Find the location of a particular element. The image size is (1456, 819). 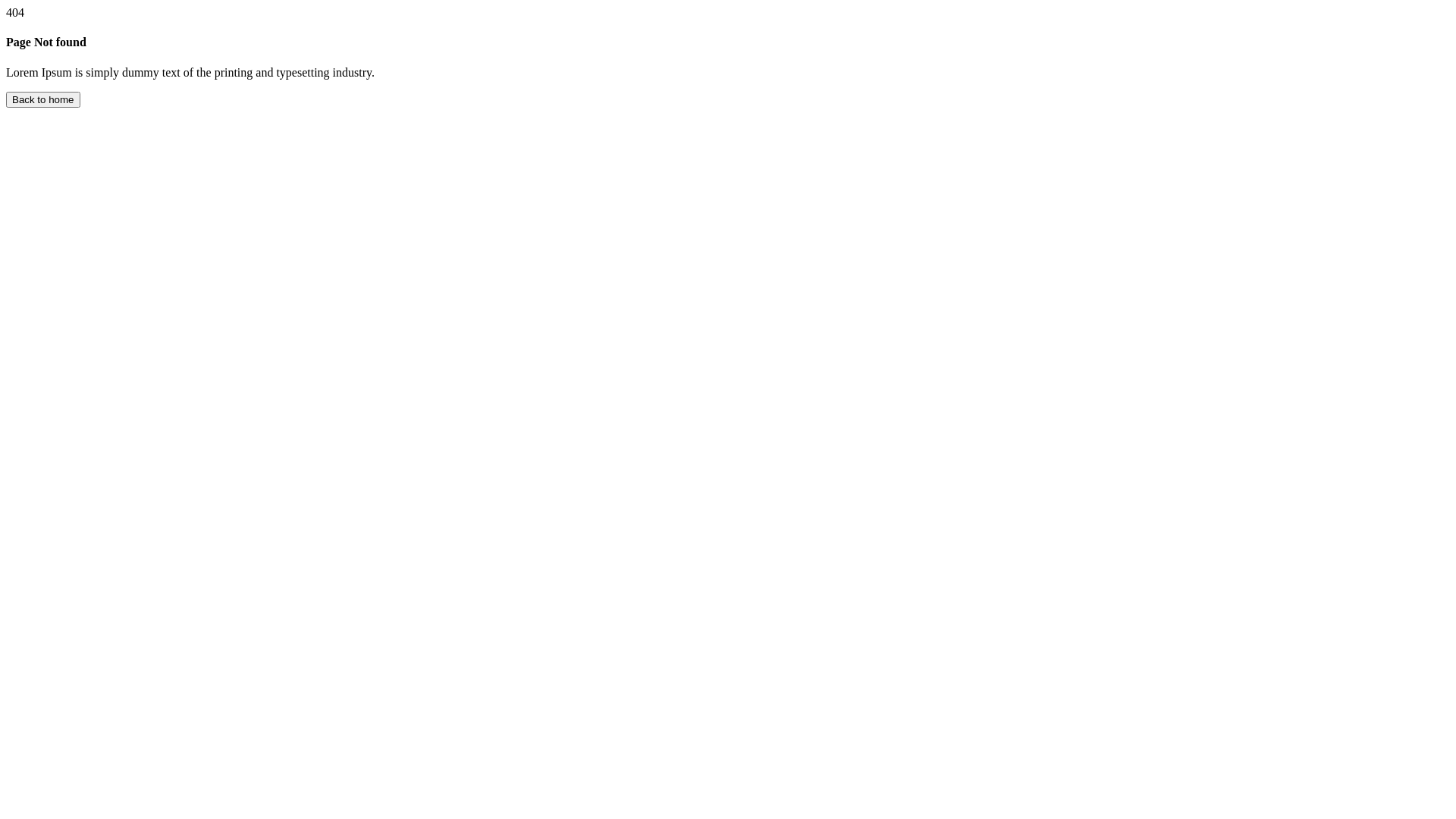

'Back to home' is located at coordinates (6, 99).